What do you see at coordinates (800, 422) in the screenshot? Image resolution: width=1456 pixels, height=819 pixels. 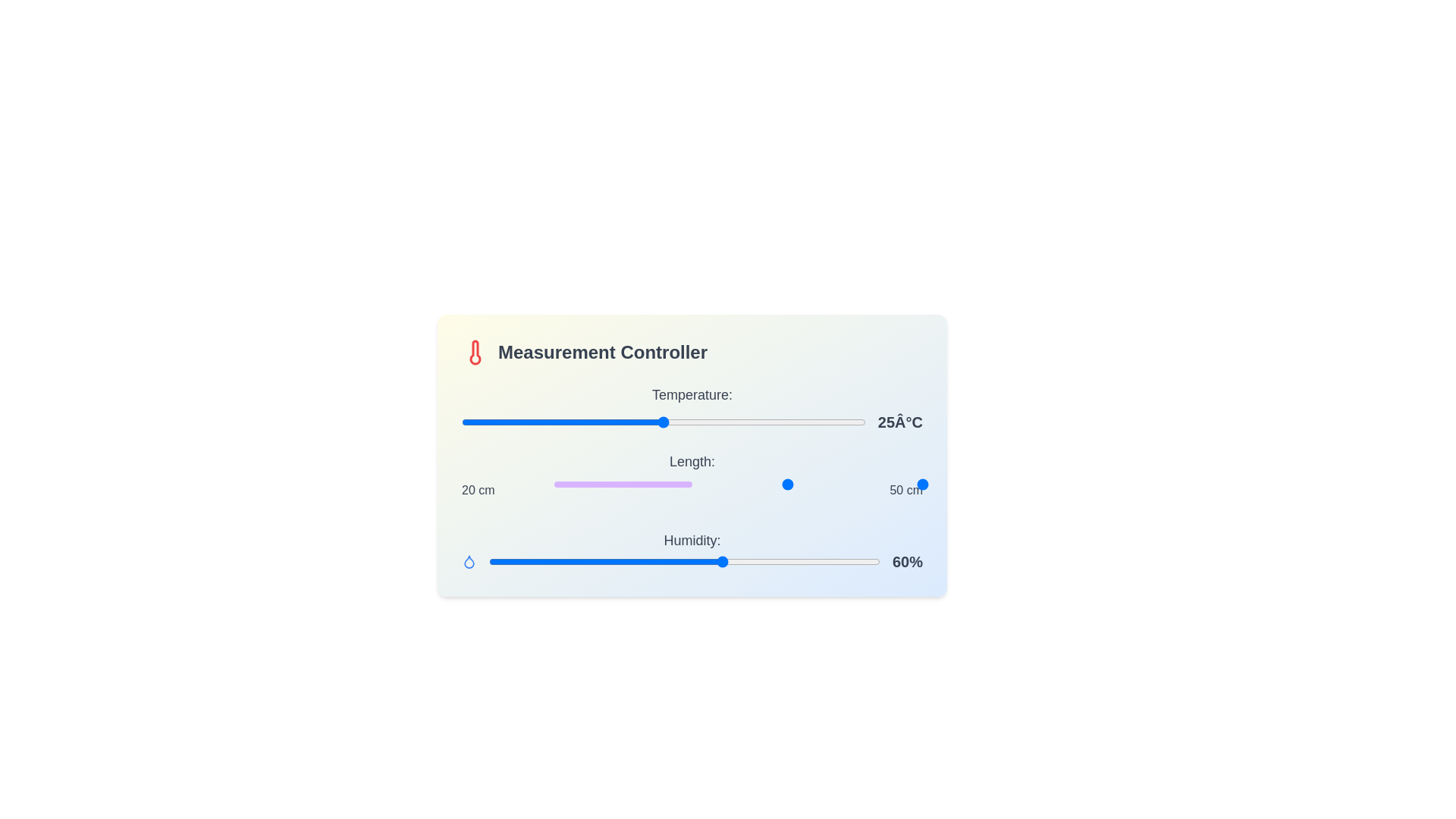 I see `the slider` at bounding box center [800, 422].